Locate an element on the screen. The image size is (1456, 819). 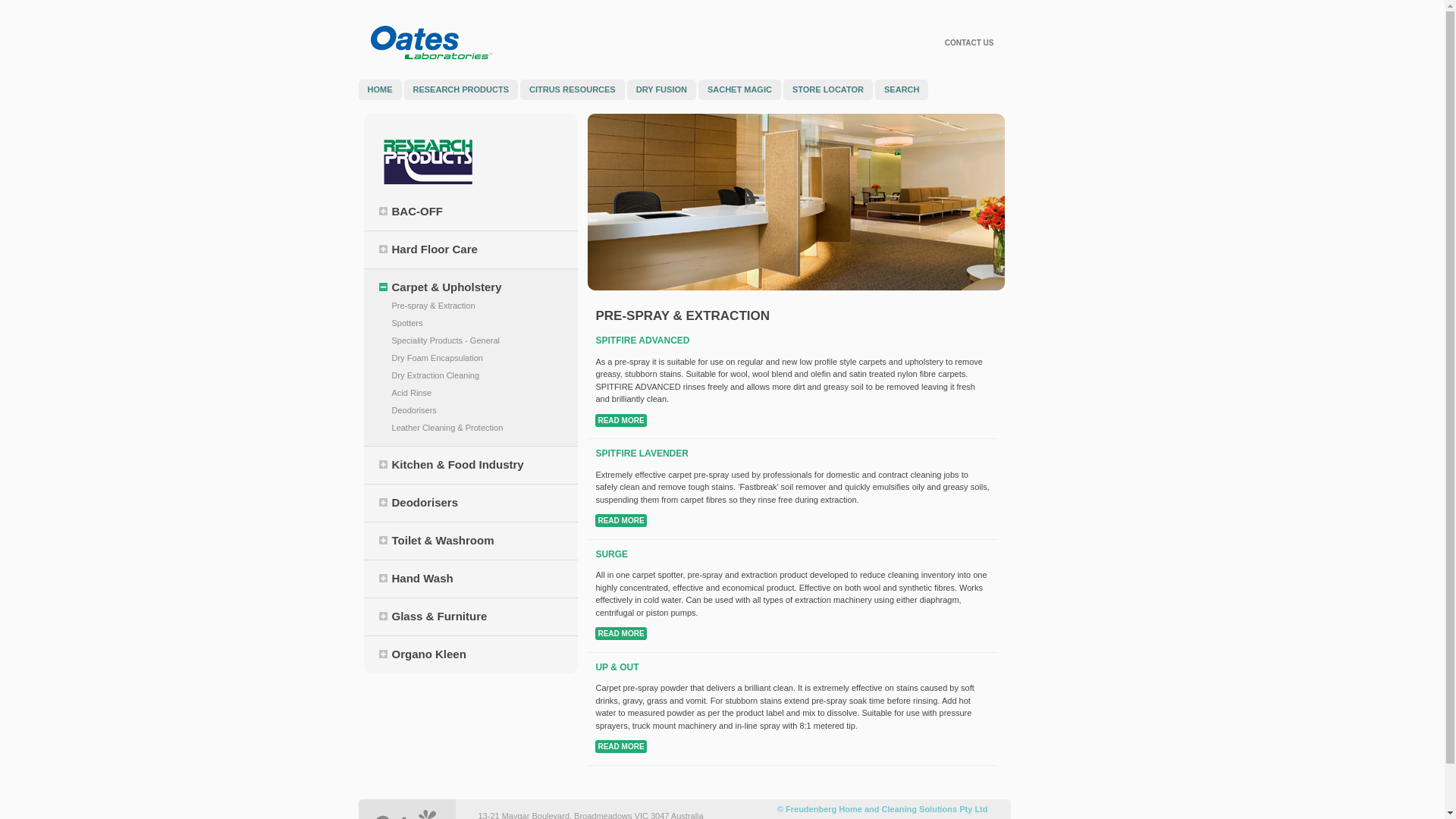
'HOME' is located at coordinates (379, 89).